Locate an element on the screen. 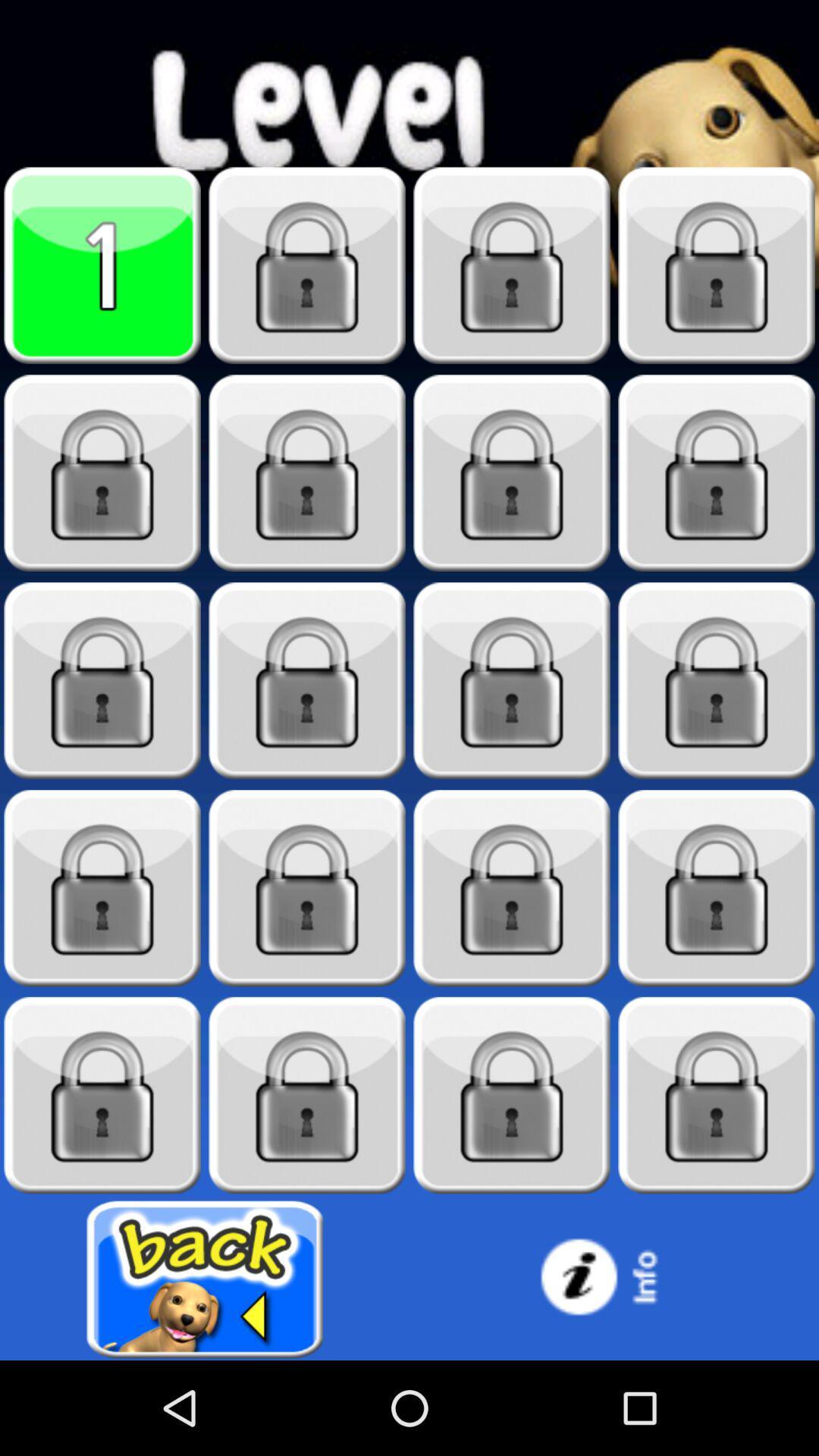  level 19 is located at coordinates (512, 1095).